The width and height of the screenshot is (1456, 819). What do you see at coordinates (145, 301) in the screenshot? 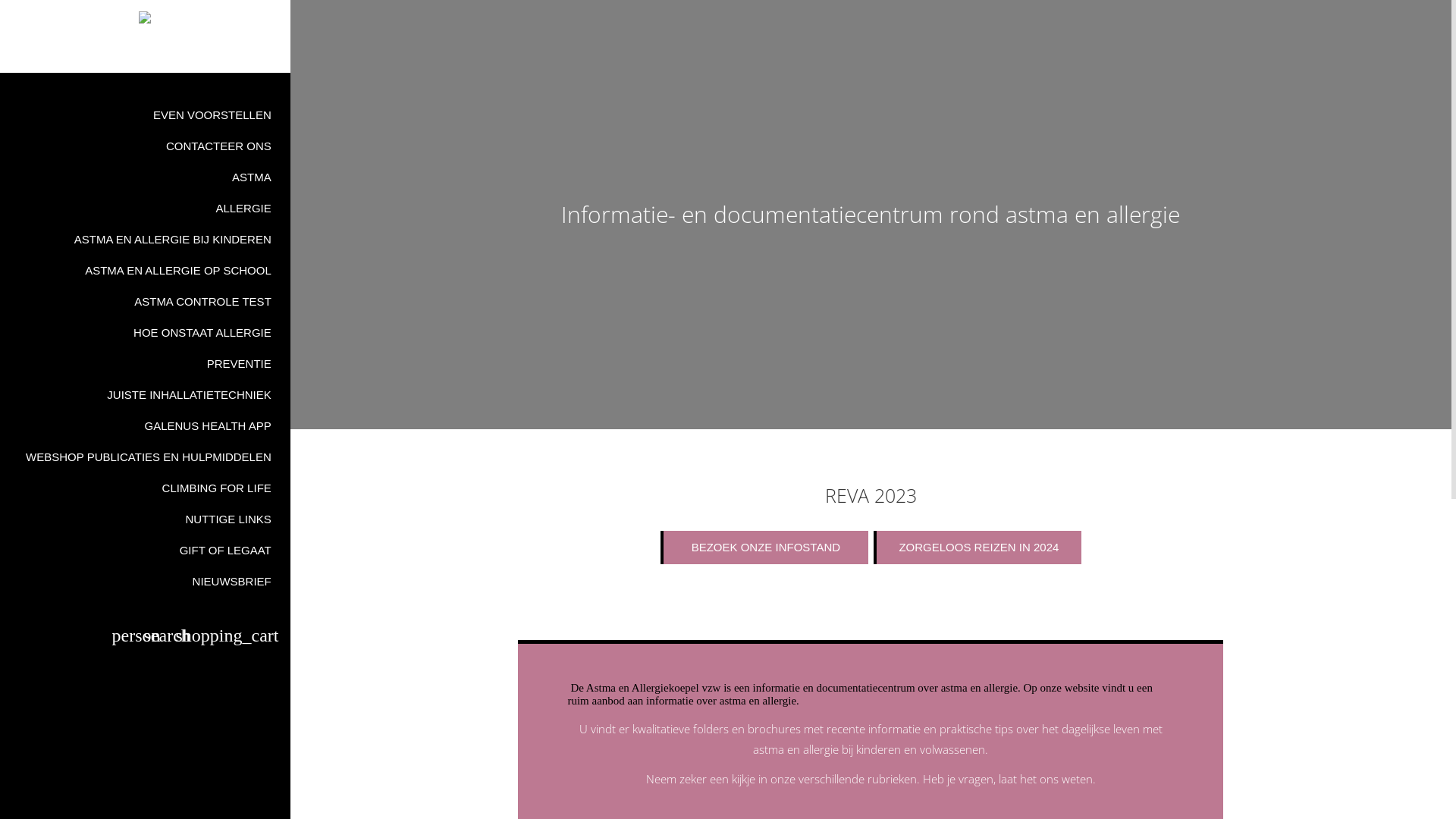
I see `'ASTMA CONTROLE TEST'` at bounding box center [145, 301].